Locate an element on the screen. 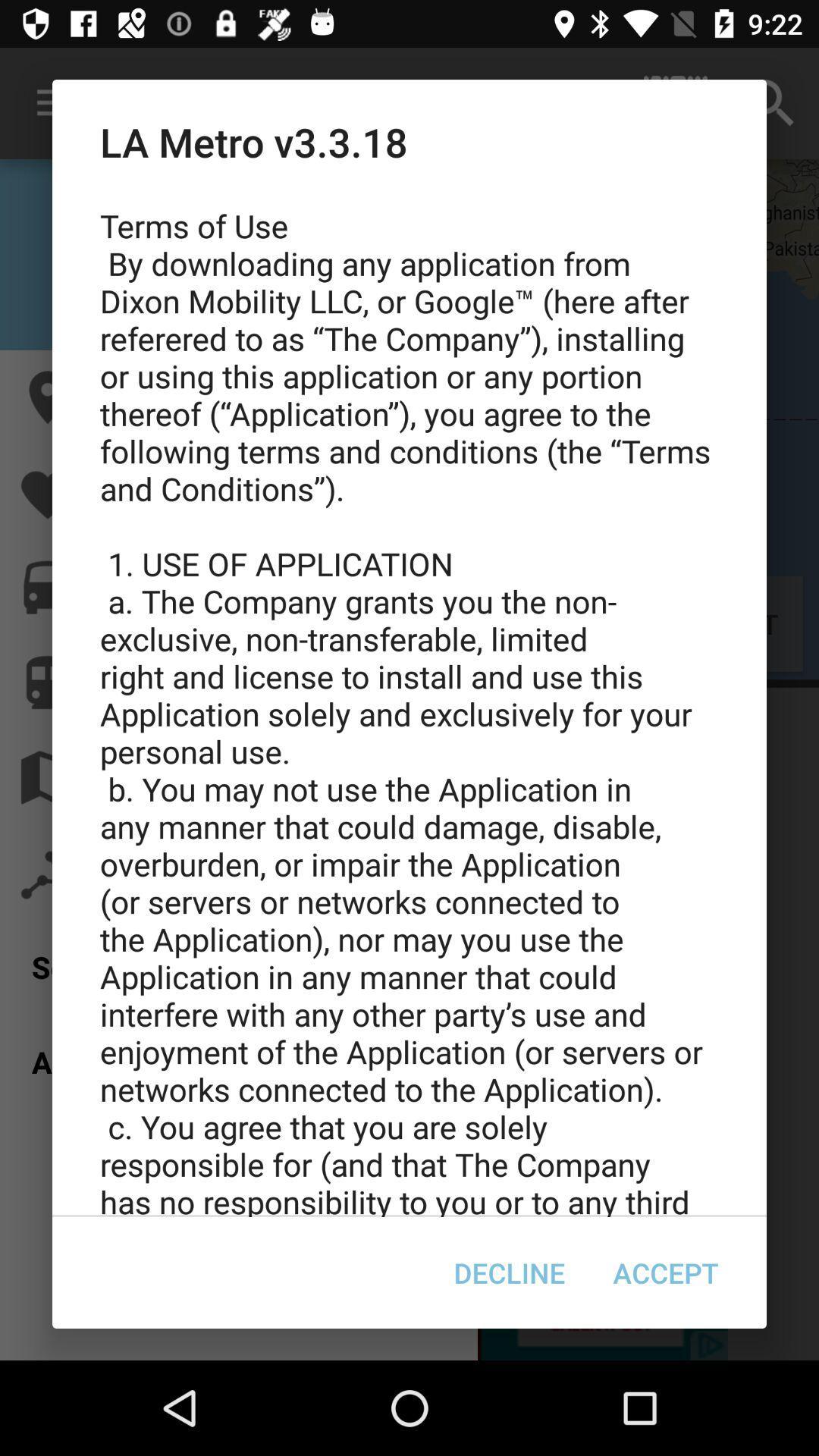 The image size is (819, 1456). the decline is located at coordinates (509, 1272).